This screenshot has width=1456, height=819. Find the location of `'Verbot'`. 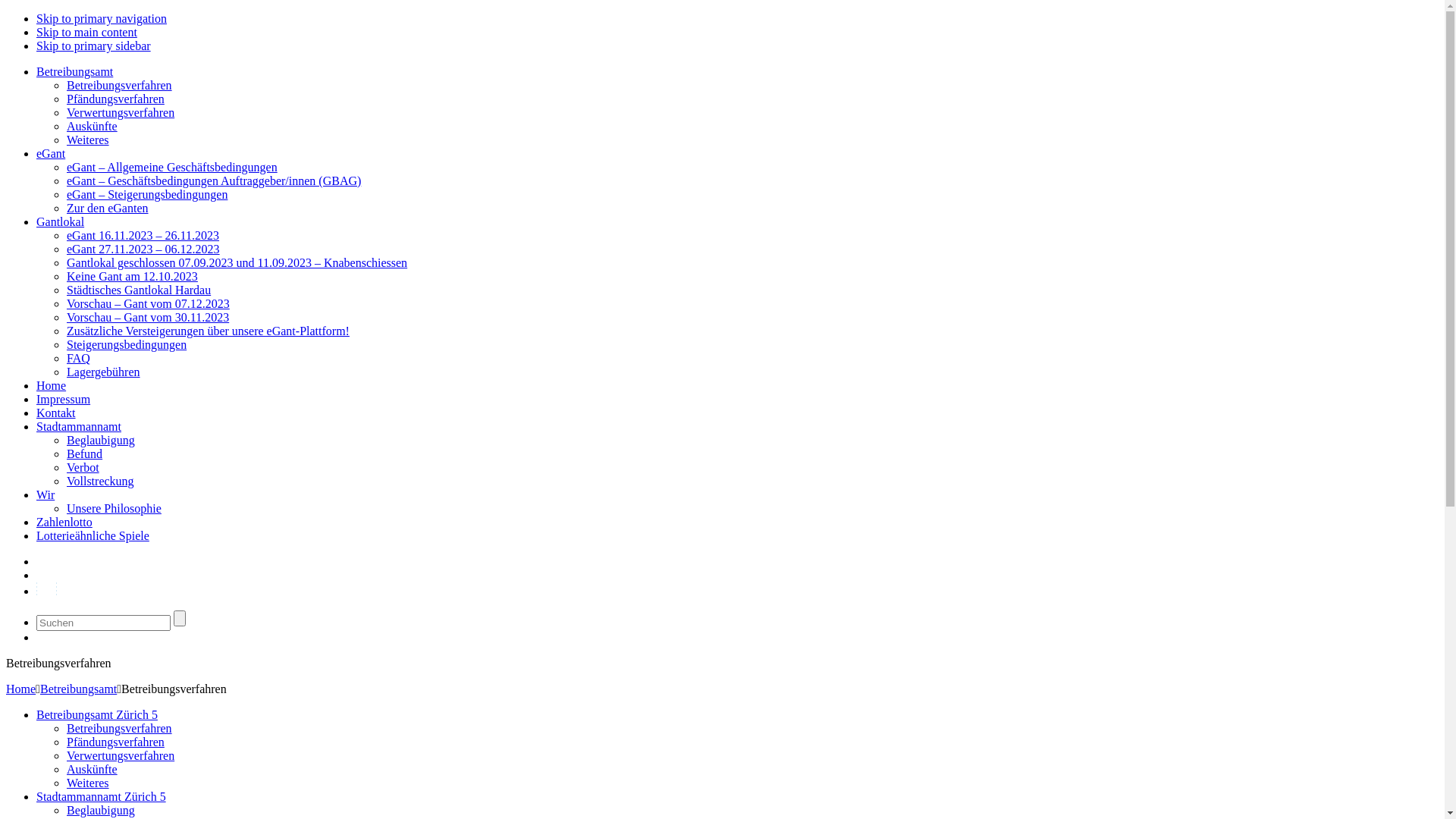

'Verbot' is located at coordinates (82, 466).